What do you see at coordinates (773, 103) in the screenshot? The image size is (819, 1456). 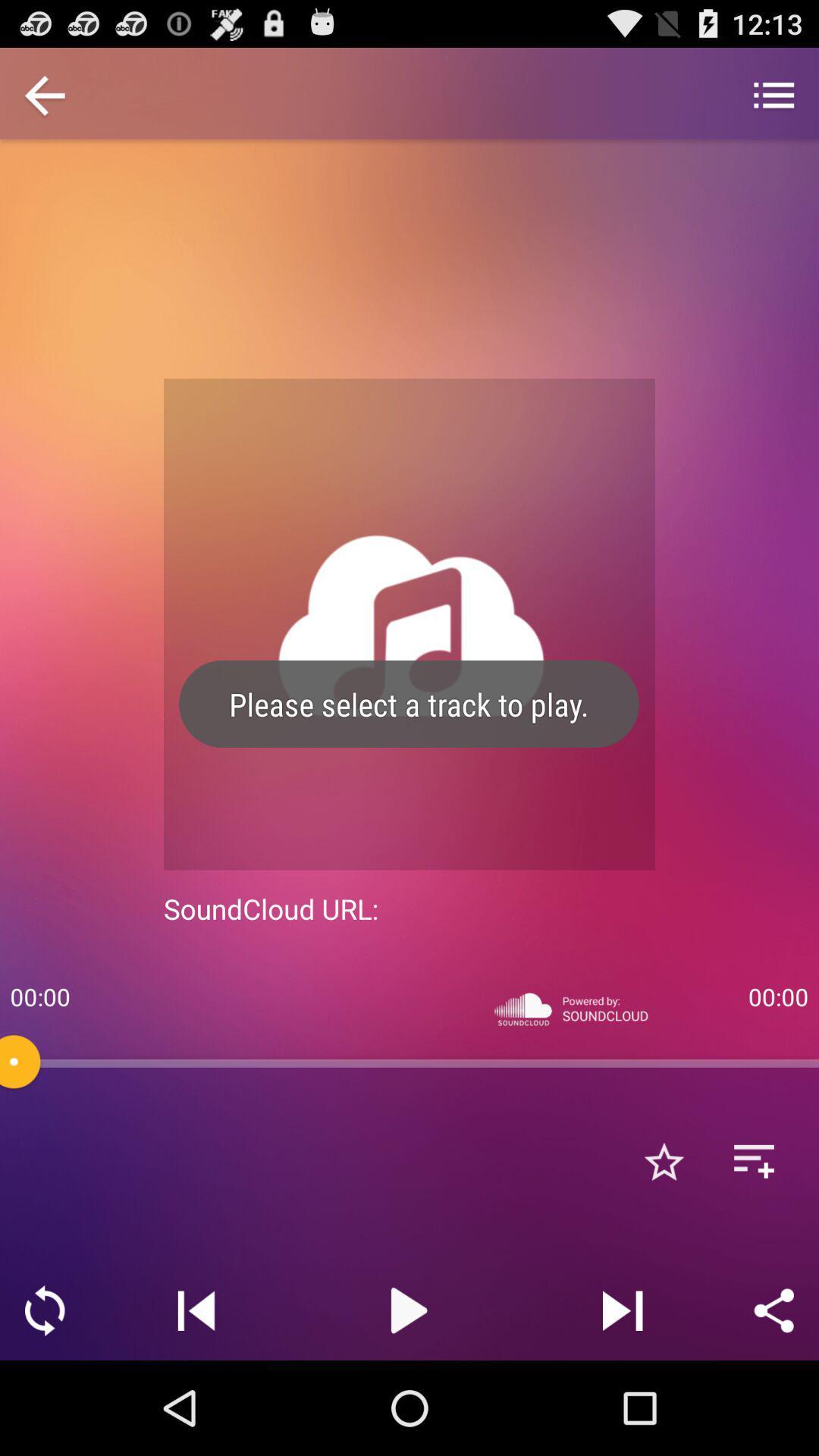 I see `the list icon` at bounding box center [773, 103].